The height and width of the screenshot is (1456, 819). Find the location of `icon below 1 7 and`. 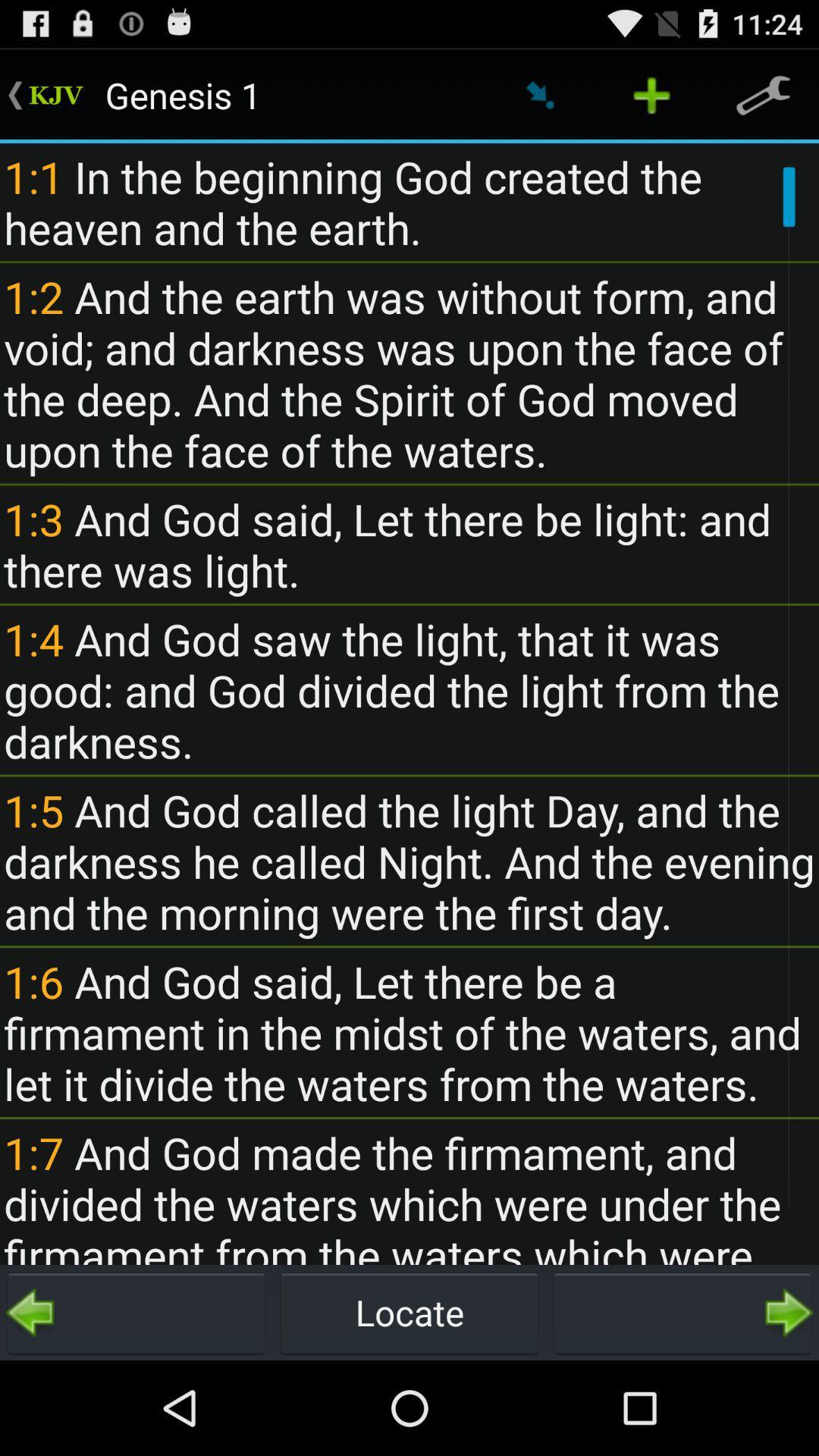

icon below 1 7 and is located at coordinates (681, 1312).